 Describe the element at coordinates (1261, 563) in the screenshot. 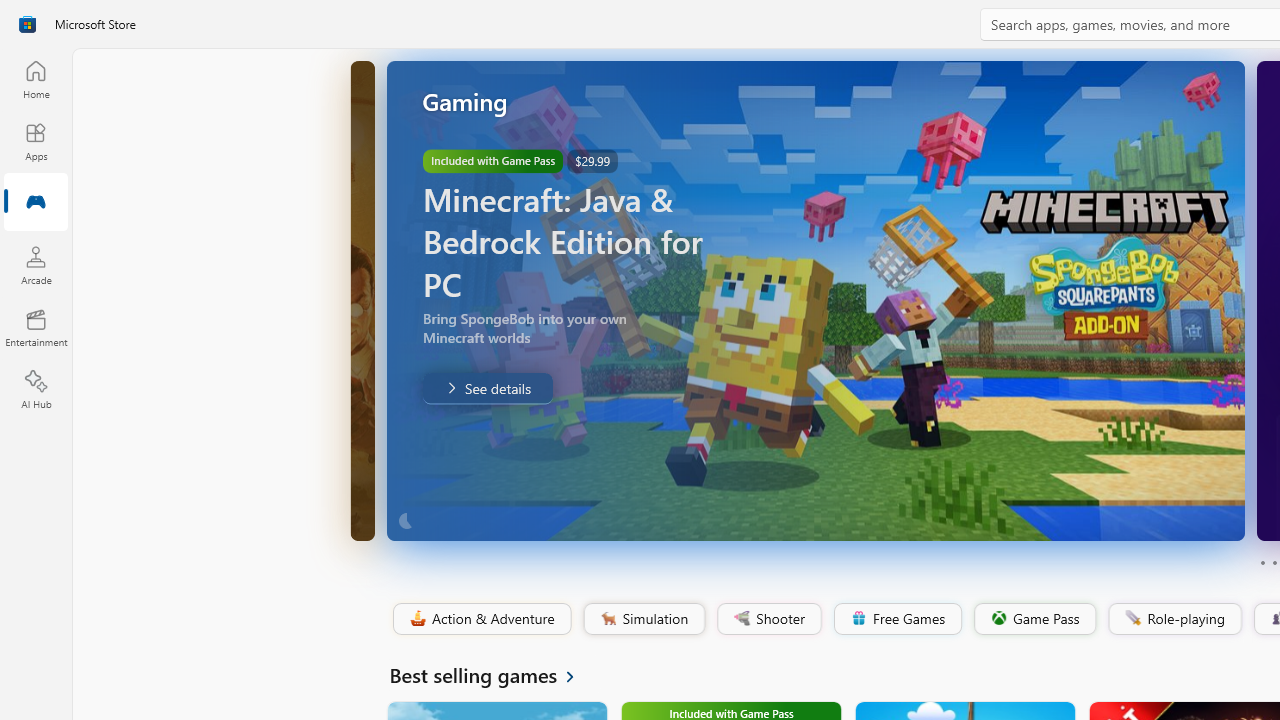

I see `'Page 1'` at that location.